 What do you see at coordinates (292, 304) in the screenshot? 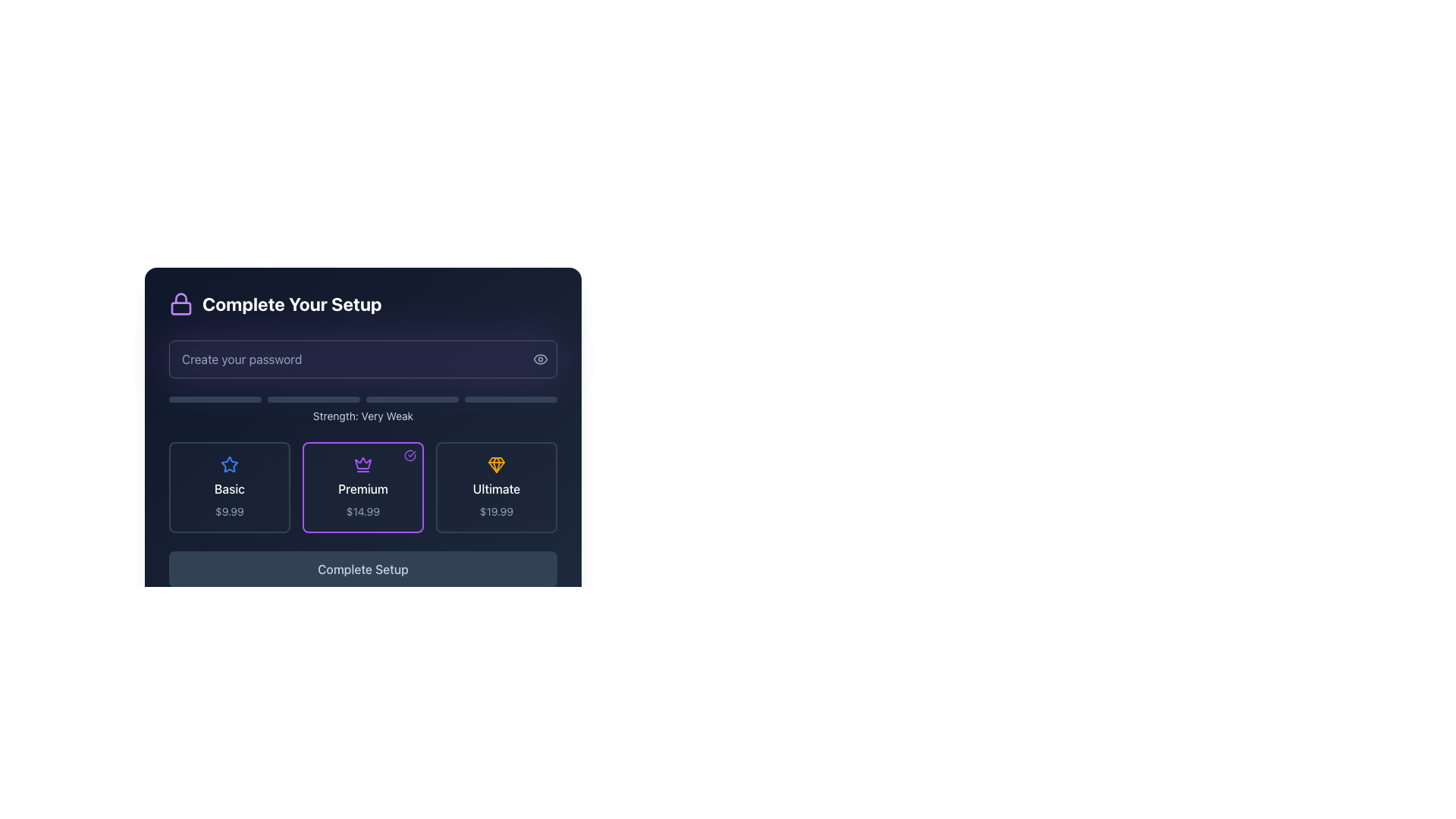
I see `the large, bold, white text displaying 'Complete Your Setup.' which is prominently positioned atop a dark background, serving as a headline above the password input field` at bounding box center [292, 304].